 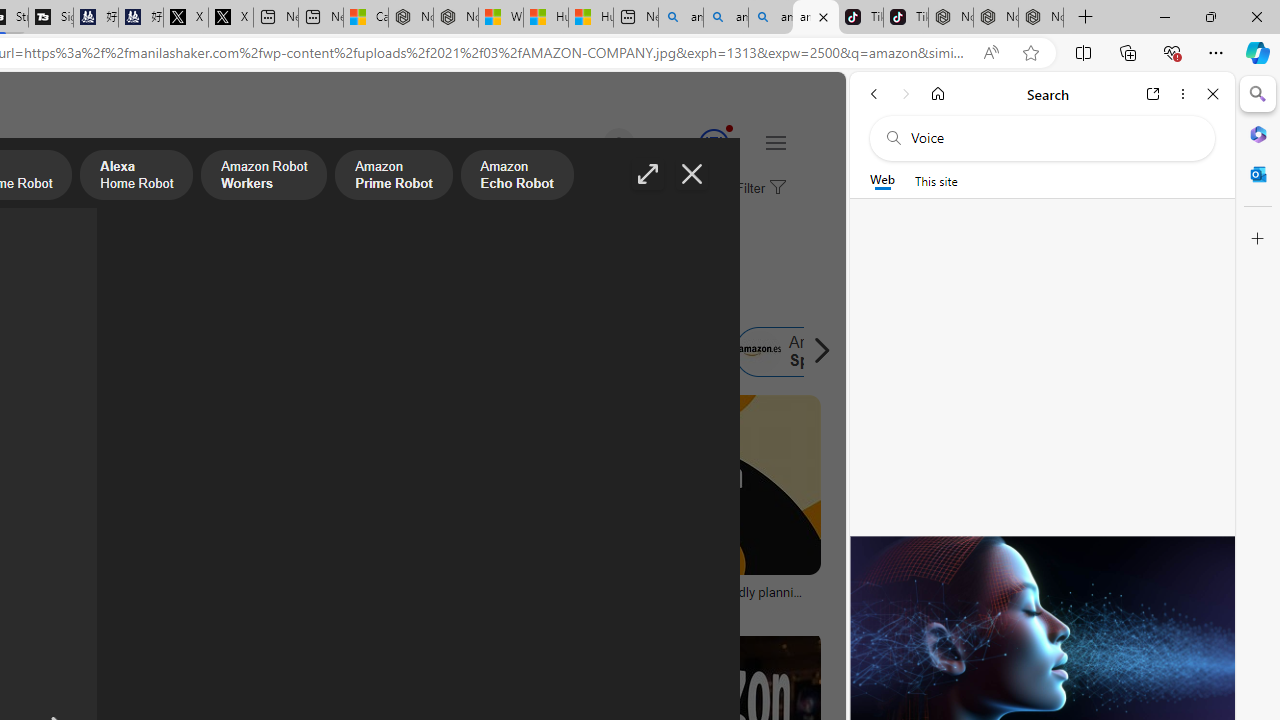 I want to click on 'Amazon Spain', so click(x=801, y=351).